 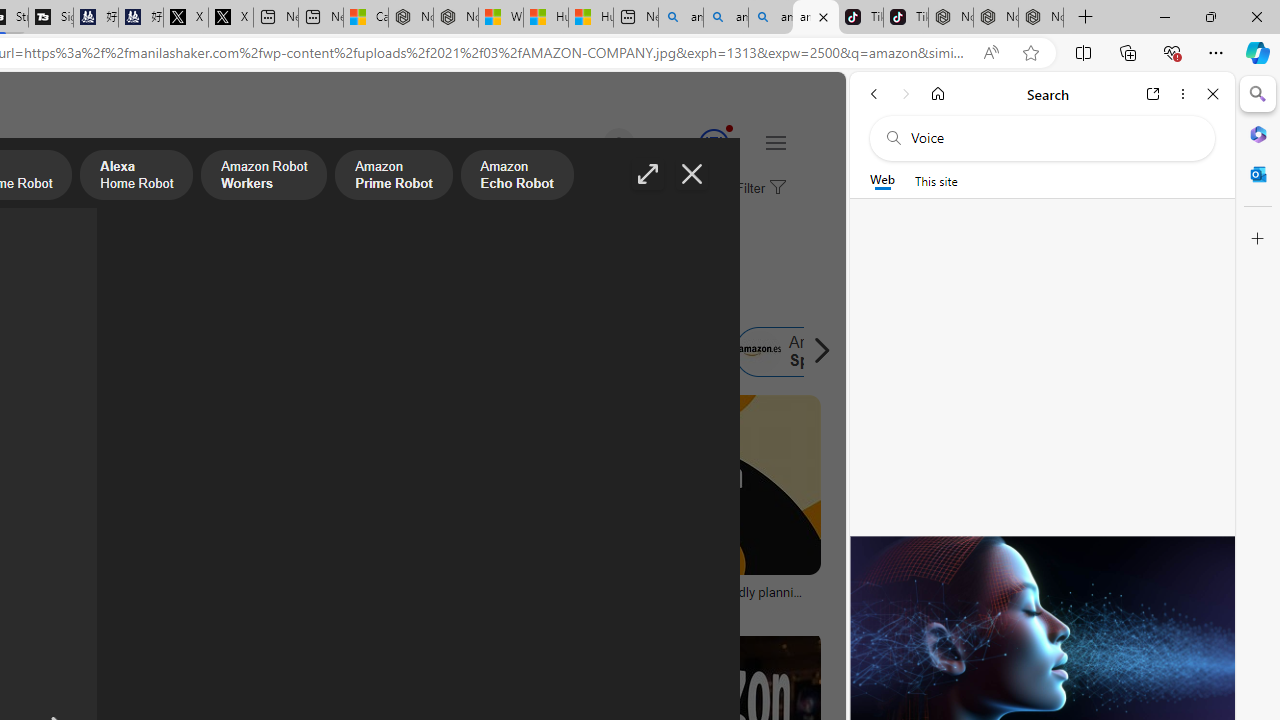 I want to click on 'Amazon Spain', so click(x=801, y=351).